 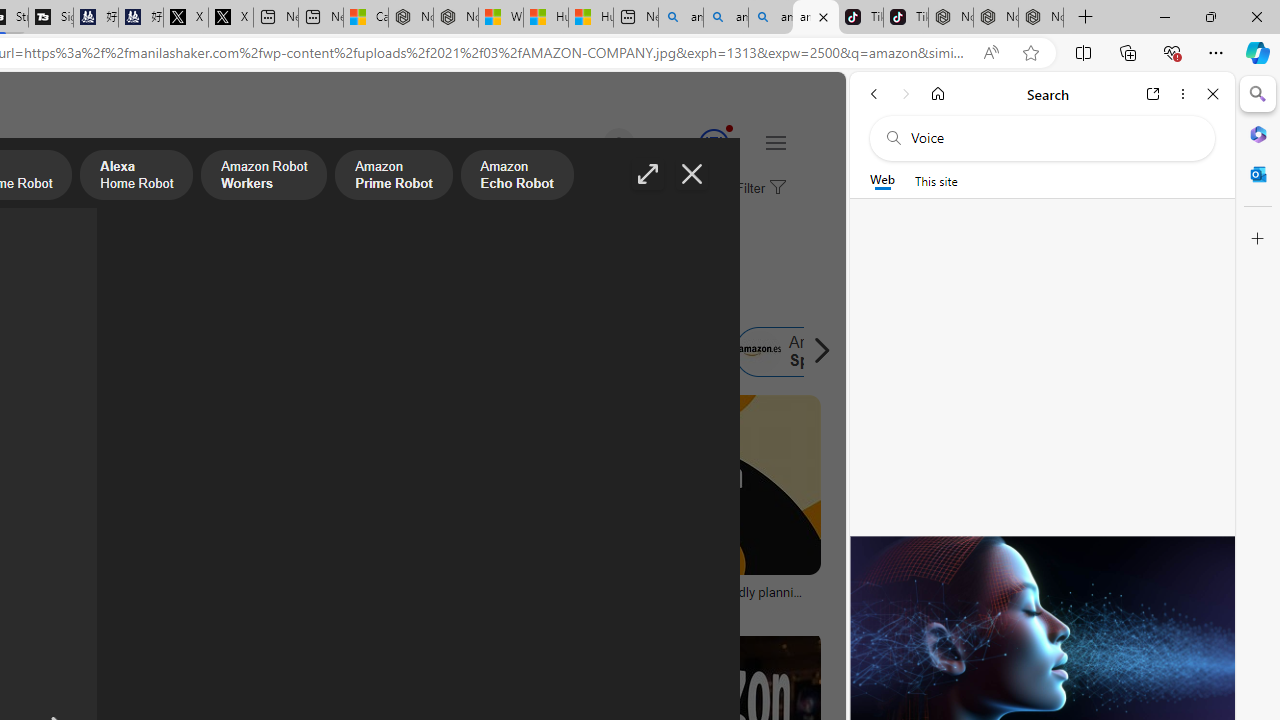 I want to click on 'Amazon Spain', so click(x=801, y=351).